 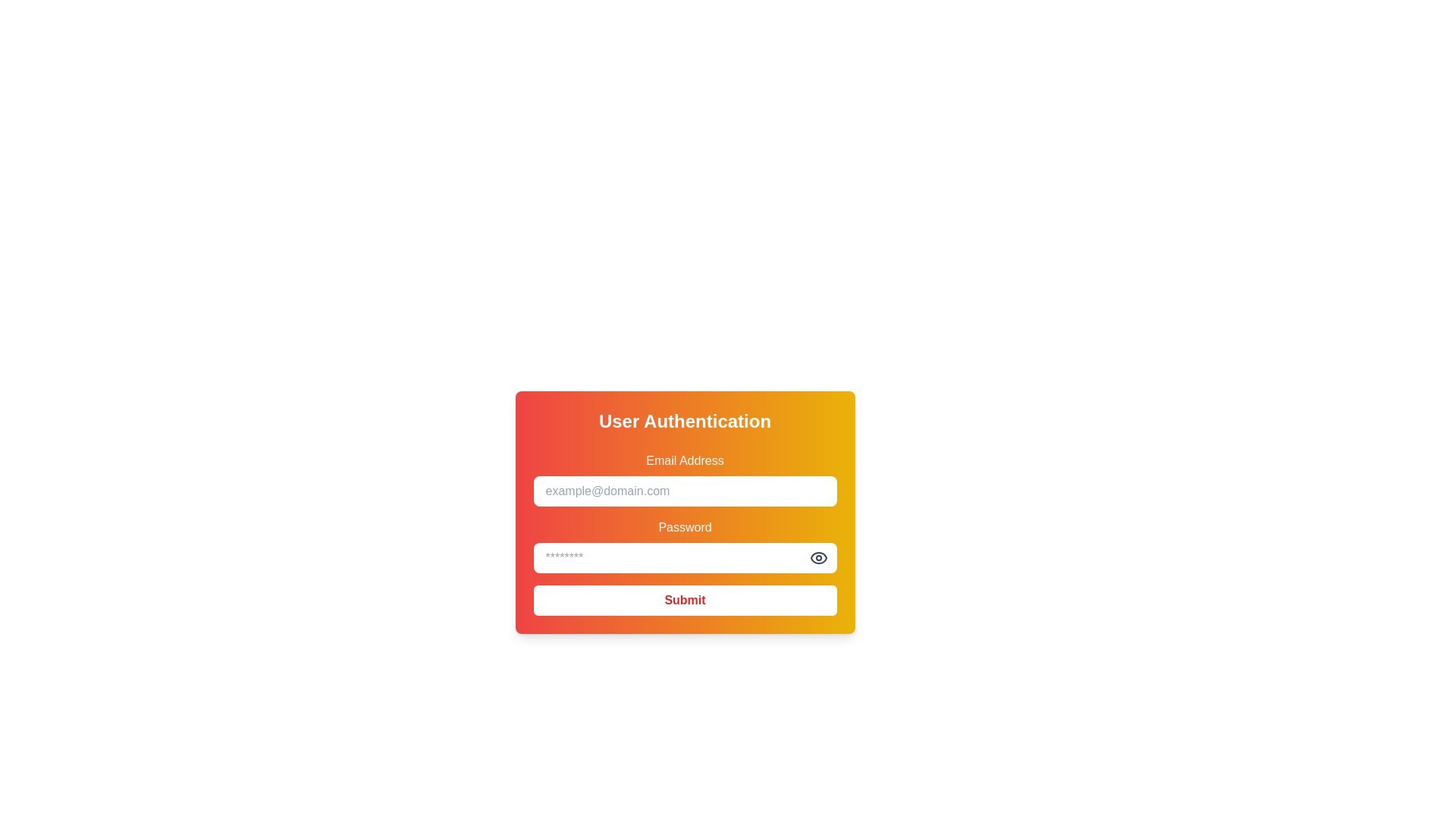 What do you see at coordinates (817, 558) in the screenshot?
I see `the anatomical eye icon located to the right of the password input field` at bounding box center [817, 558].